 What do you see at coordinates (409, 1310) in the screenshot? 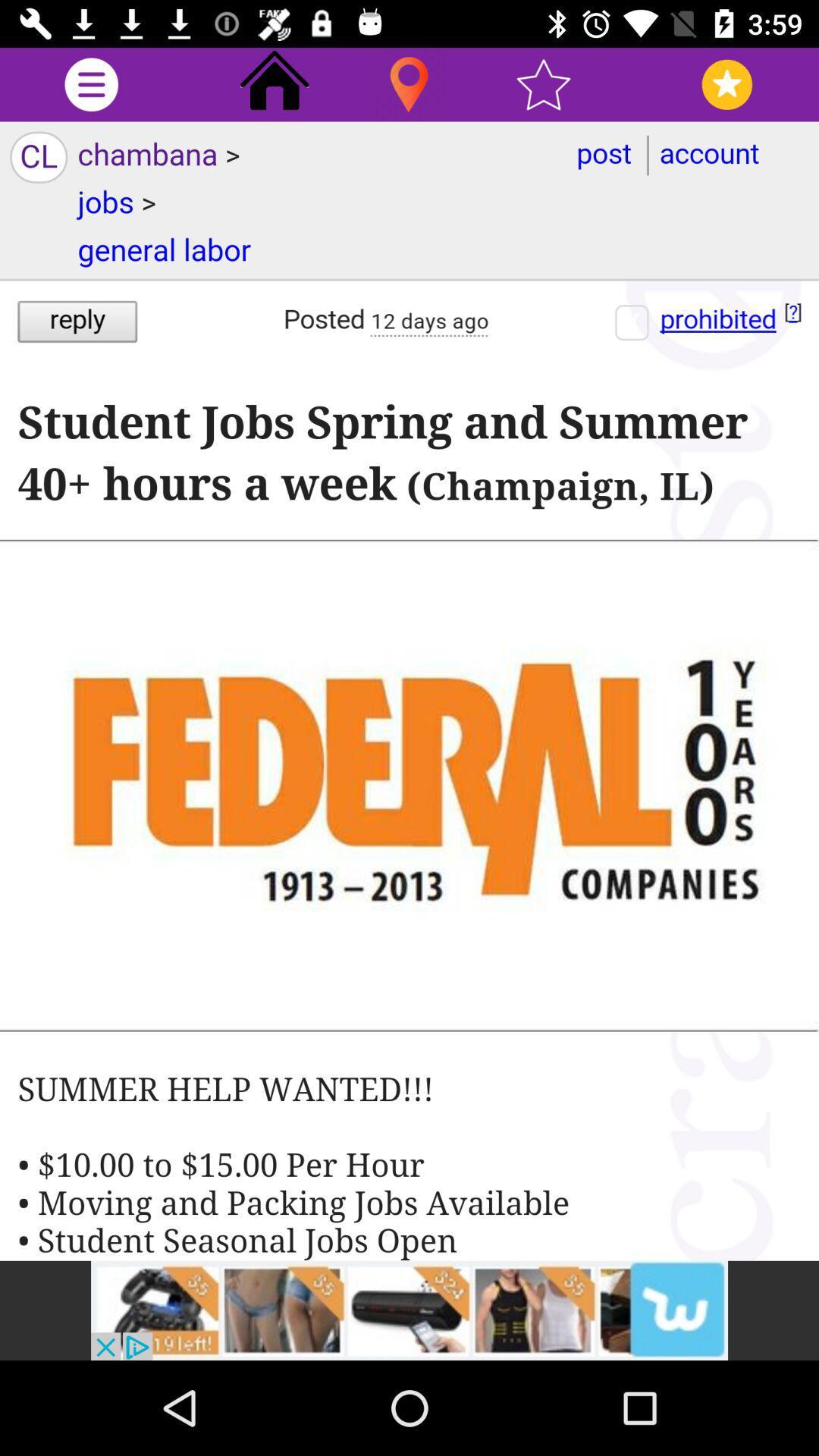
I see `advertiser` at bounding box center [409, 1310].